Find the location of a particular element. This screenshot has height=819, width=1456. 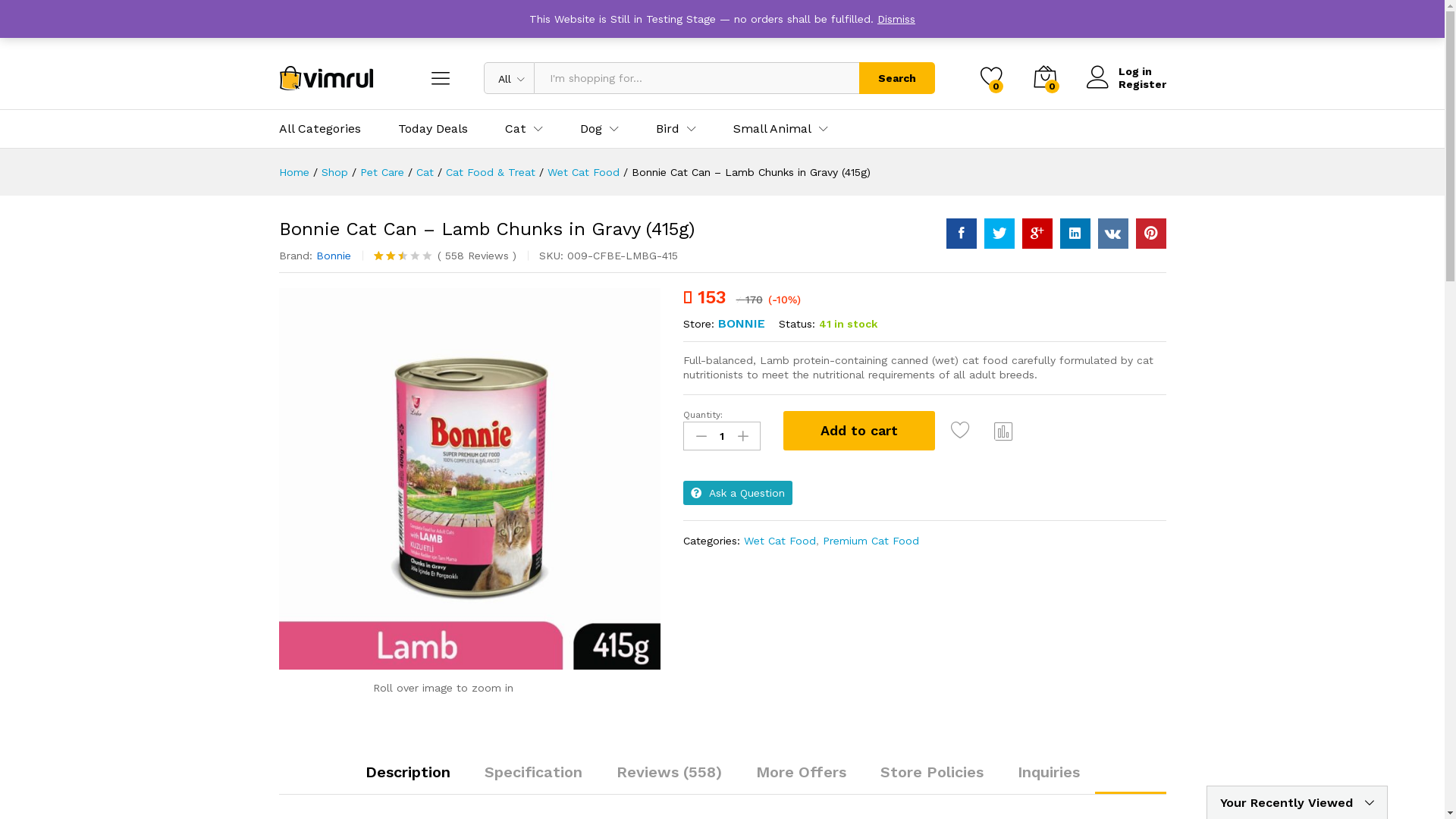

'Dog' is located at coordinates (589, 127).